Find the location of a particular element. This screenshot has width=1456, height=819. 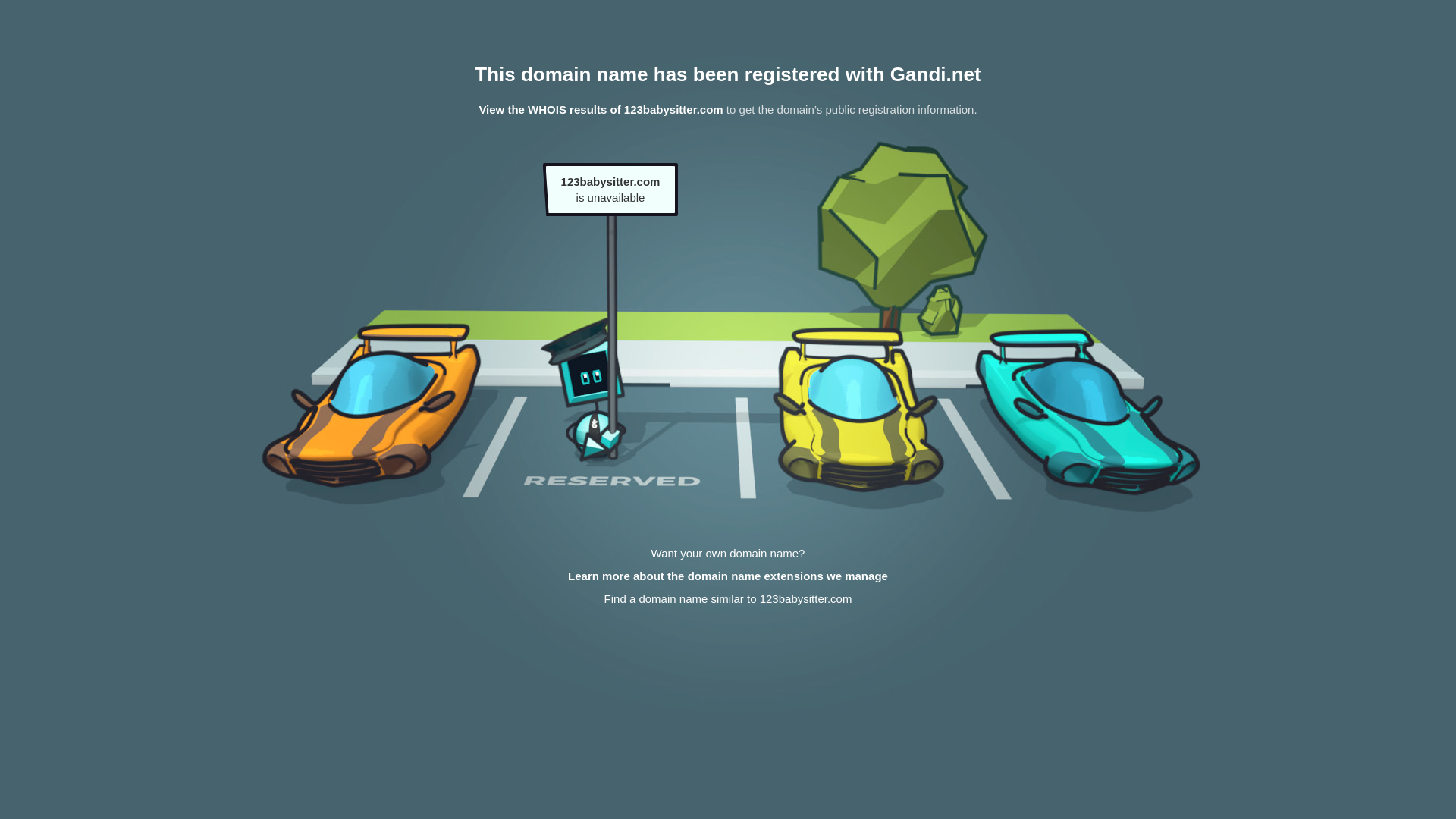

'View the WHOIS results of 123babysitter.com' is located at coordinates (477, 108).